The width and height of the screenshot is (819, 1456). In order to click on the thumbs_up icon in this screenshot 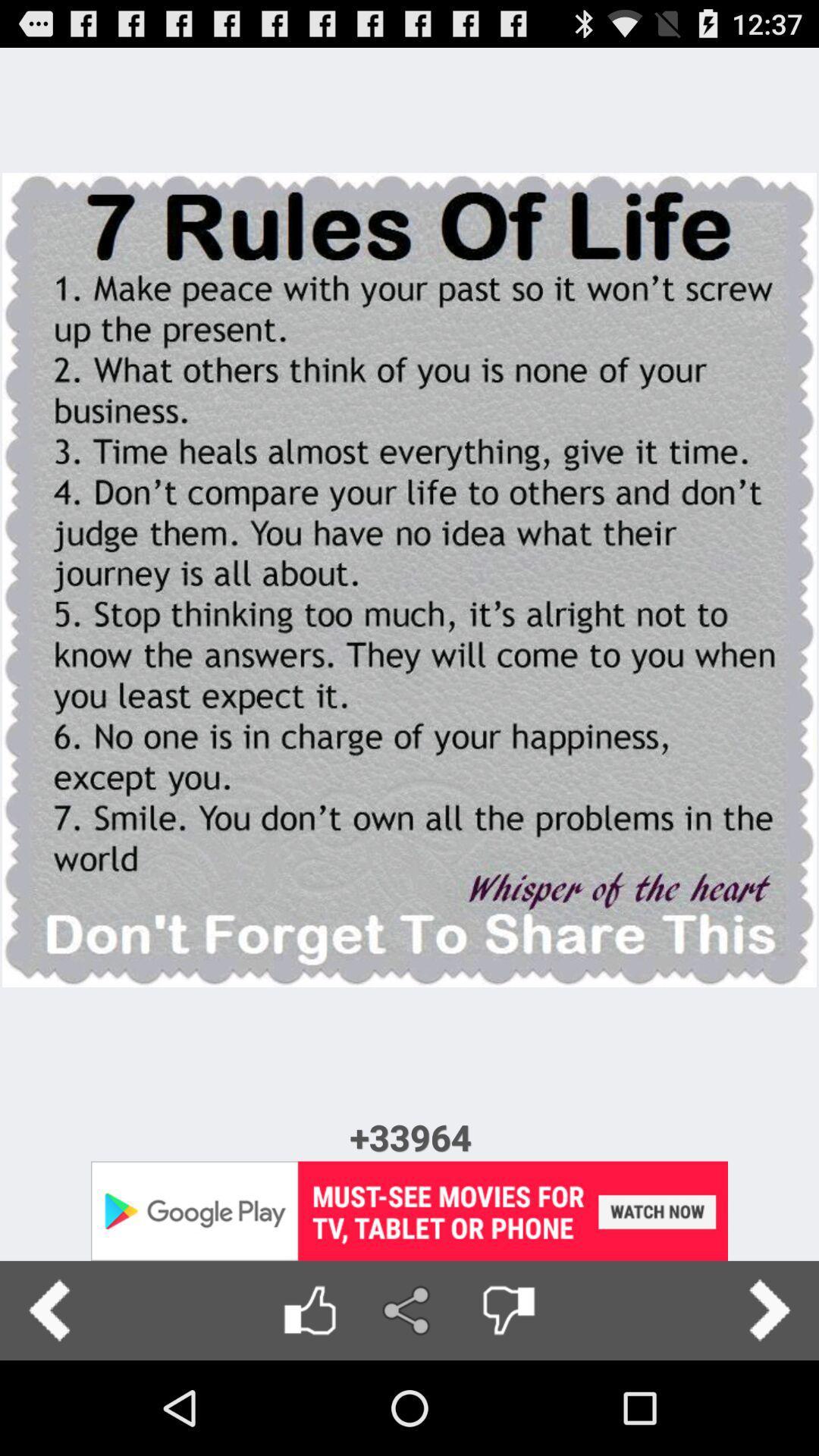, I will do `click(309, 1401)`.